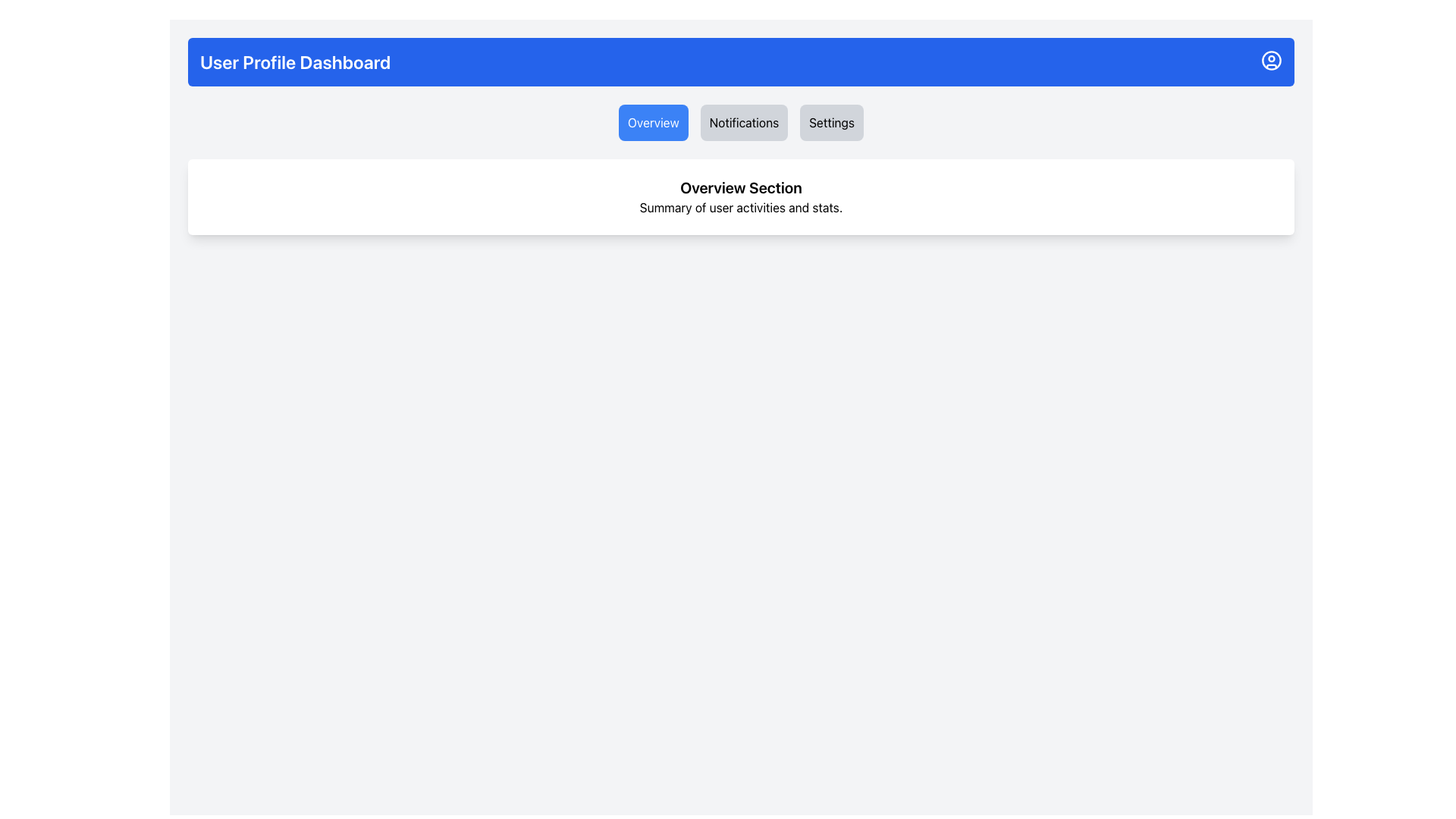  Describe the element at coordinates (744, 122) in the screenshot. I see `the second button from the left in a horizontal row of three buttons, which navigates to the 'Notifications' section of the application` at that location.